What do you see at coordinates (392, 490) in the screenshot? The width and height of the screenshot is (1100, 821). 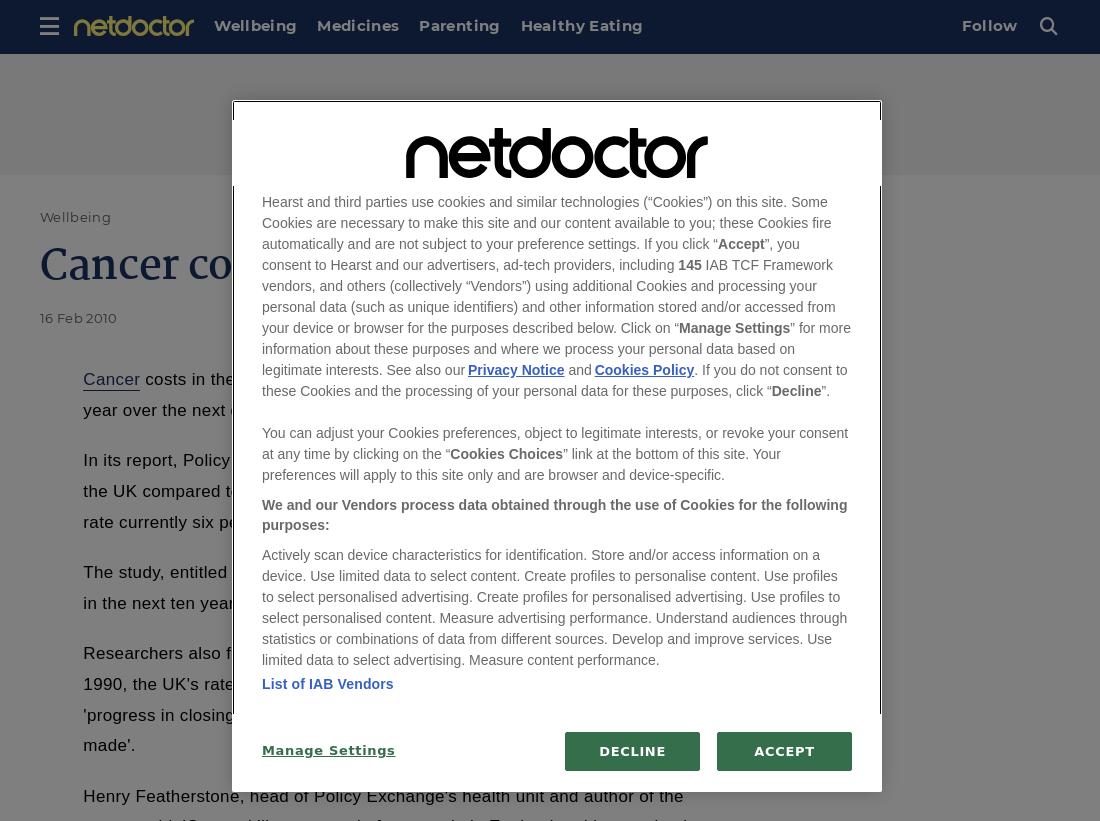 I see `'In its report, Policy Exchange said the gap in the mortality rate from cancer in the UK compared to the rest of Europe needed to be closed, with the UK death rate currently six per cent higher than the average.'` at bounding box center [392, 490].